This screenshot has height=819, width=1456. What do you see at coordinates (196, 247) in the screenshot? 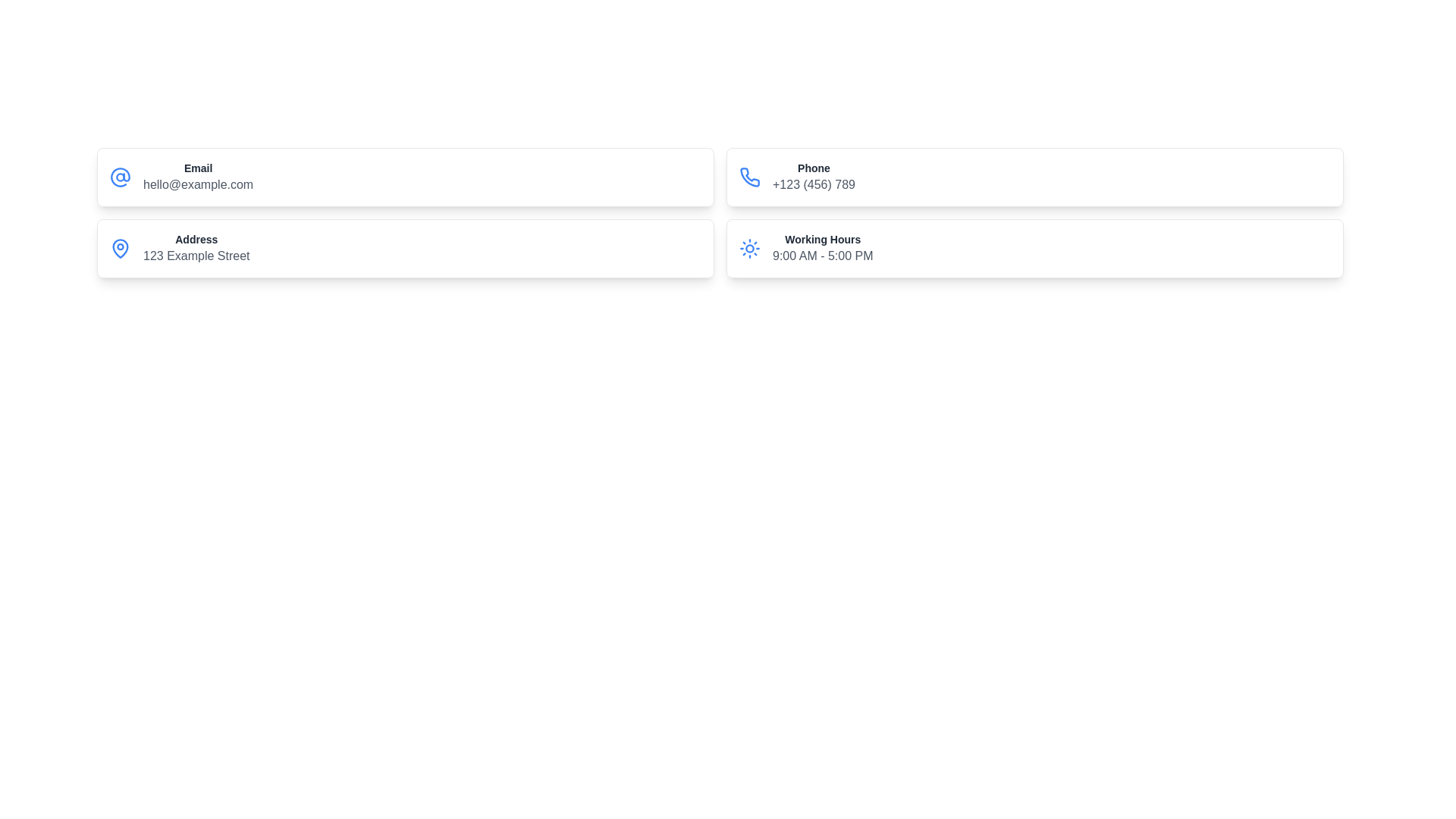
I see `text from the text block labeled 'Address' which contains '123 Example Street'` at bounding box center [196, 247].